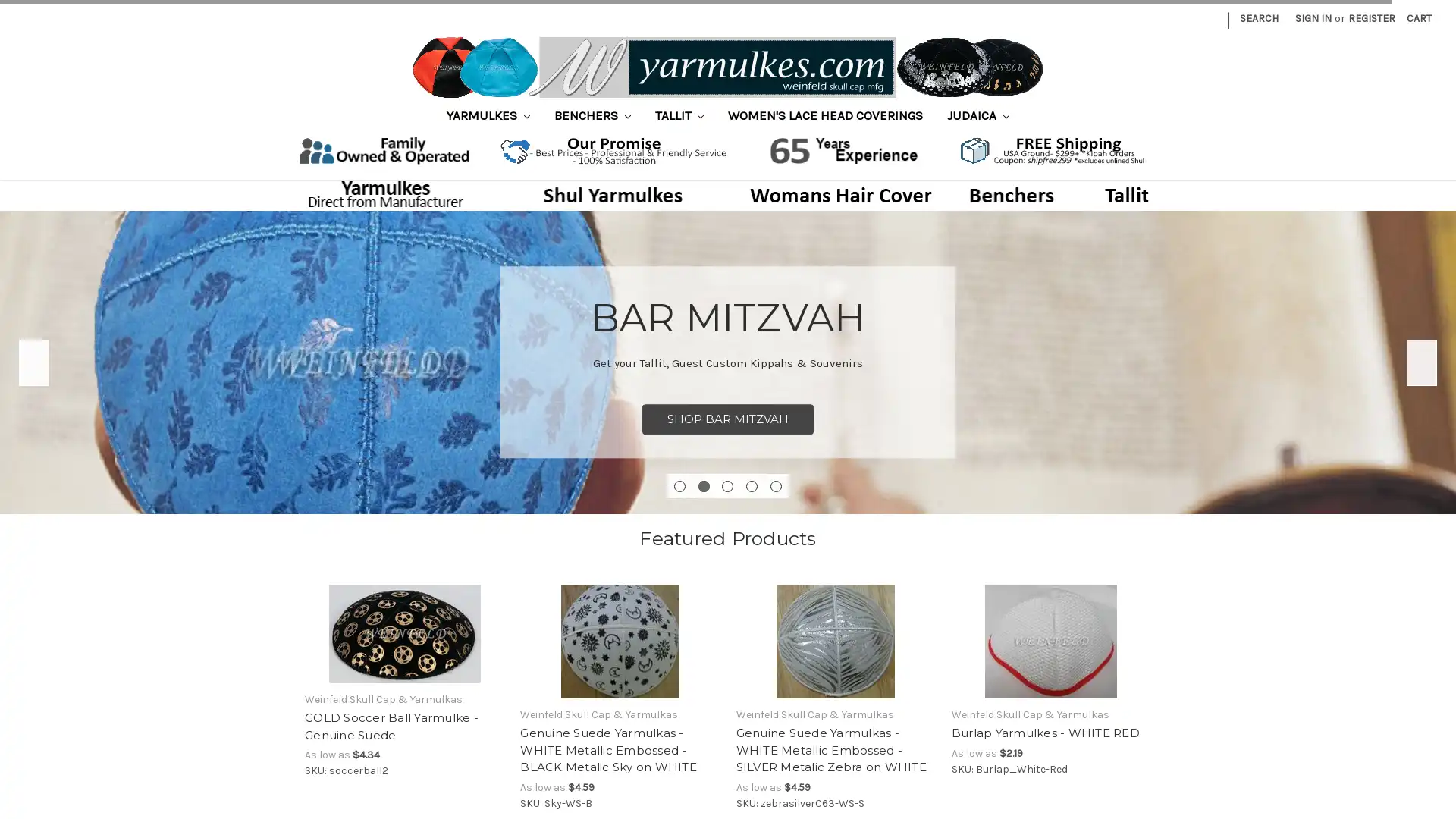 Image resolution: width=1456 pixels, height=819 pixels. I want to click on 2, so click(702, 485).